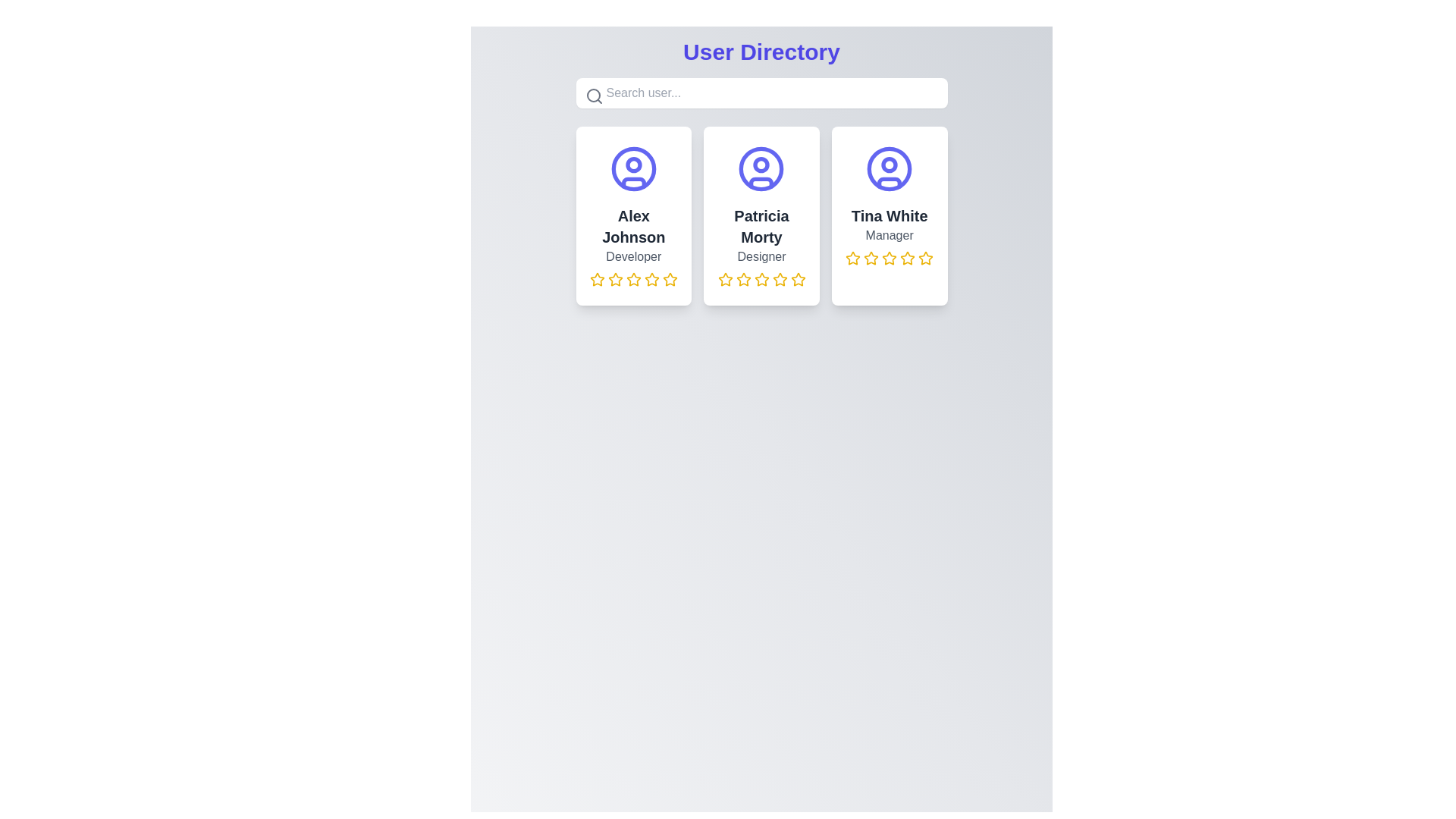 The height and width of the screenshot is (819, 1456). I want to click on the yellow star icon with a hollow center outlined in yellow, so click(596, 279).